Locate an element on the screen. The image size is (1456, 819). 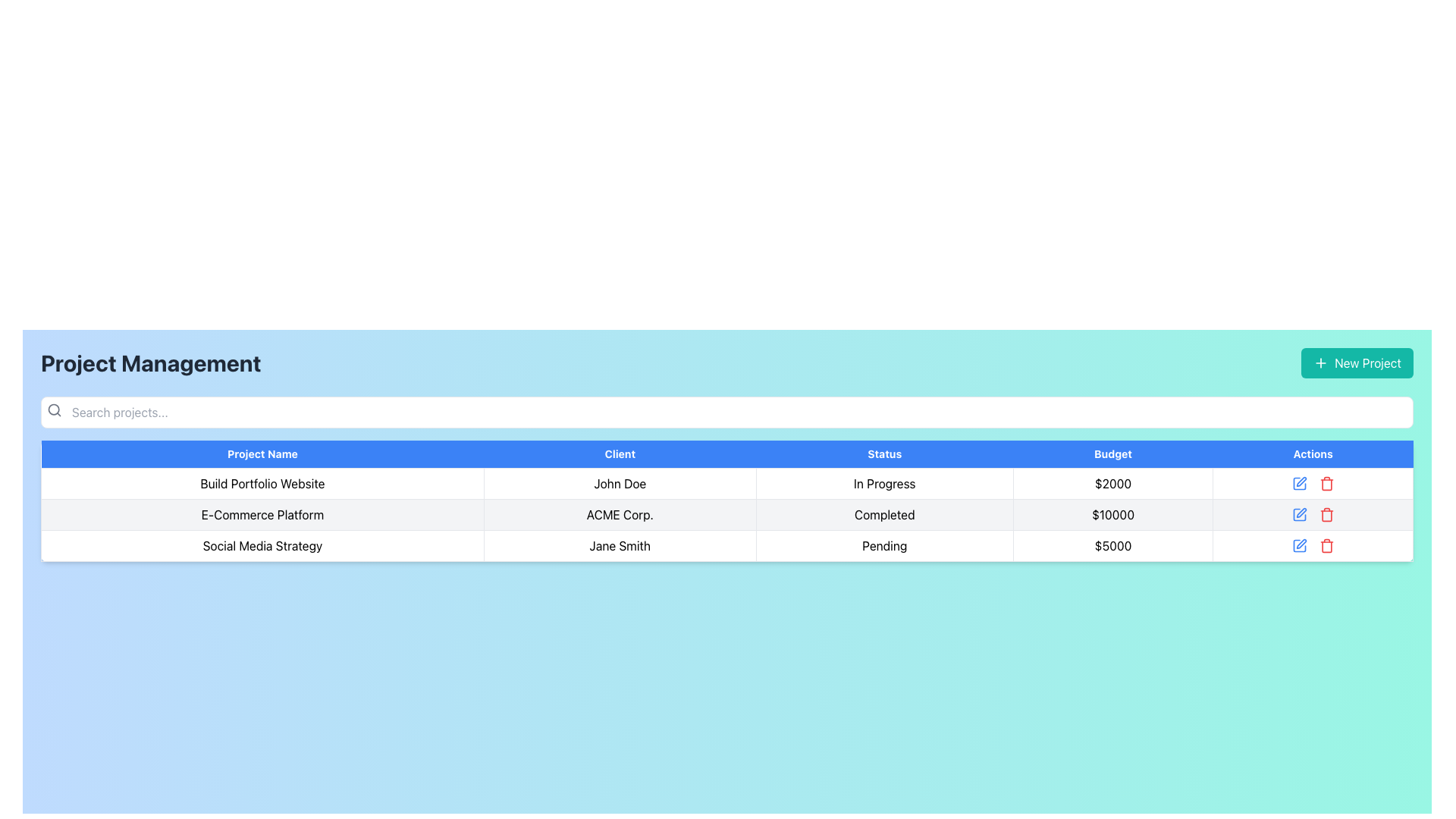
the text label that serves as the header for project names, which is the leftmost among the headers in the data table is located at coordinates (262, 453).